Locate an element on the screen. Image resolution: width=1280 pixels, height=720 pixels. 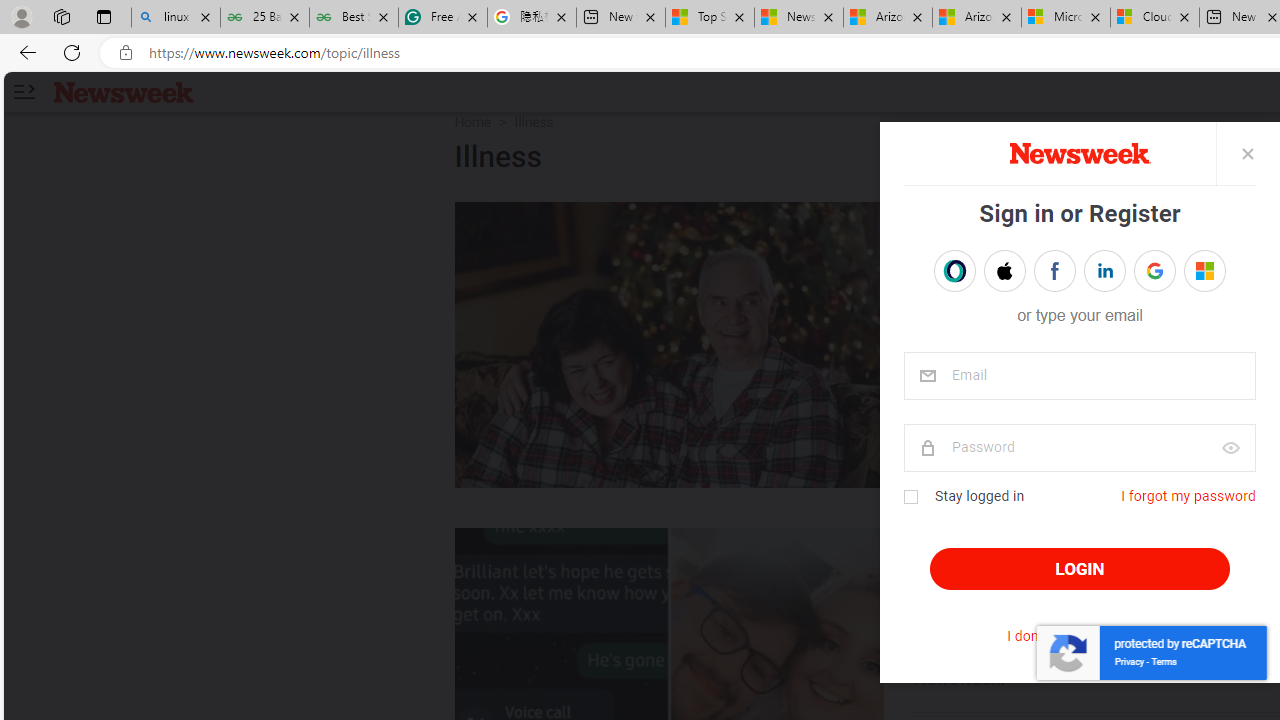
'email' is located at coordinates (1078, 376).